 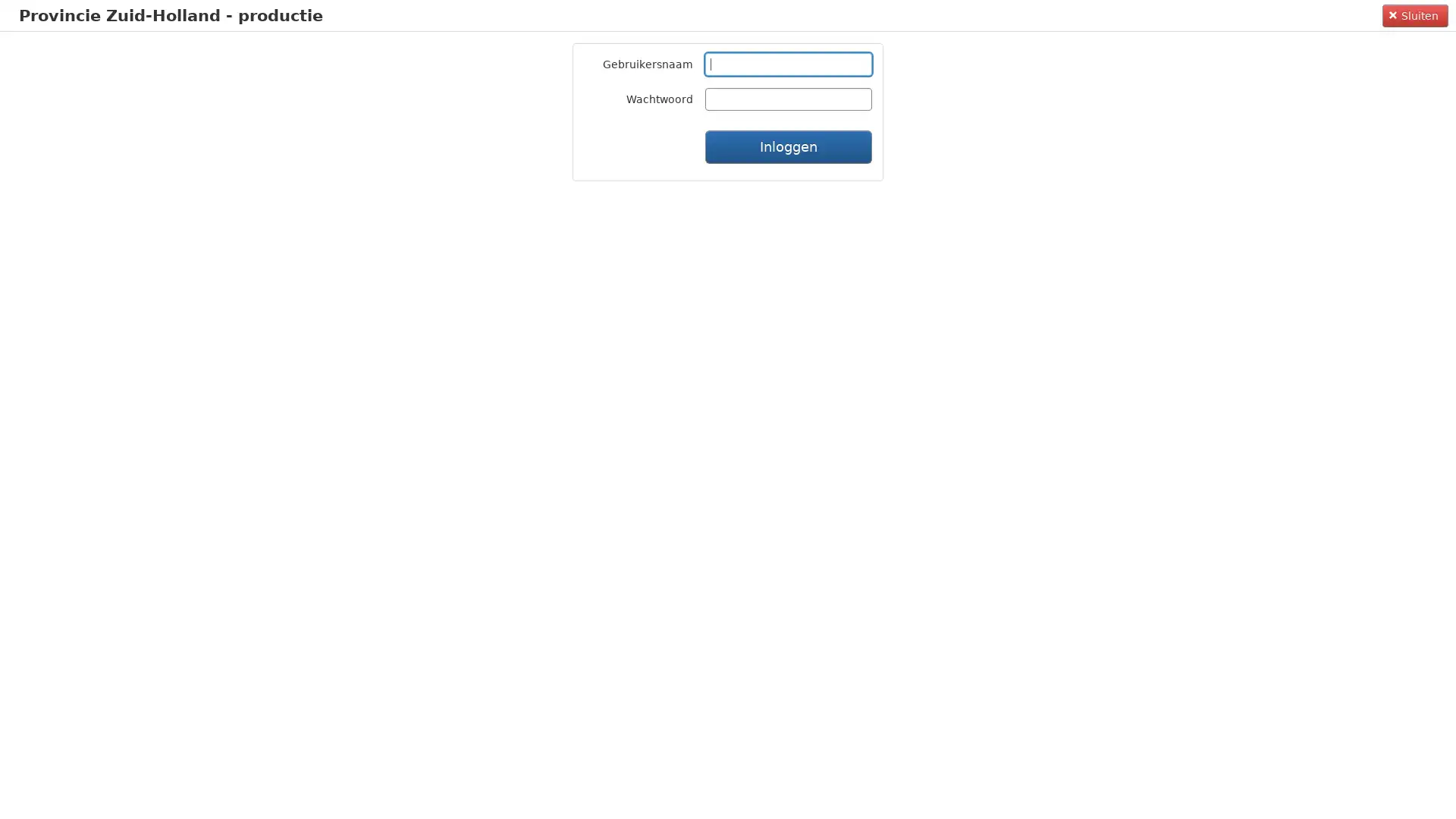 I want to click on Sluiten, so click(x=1414, y=14).